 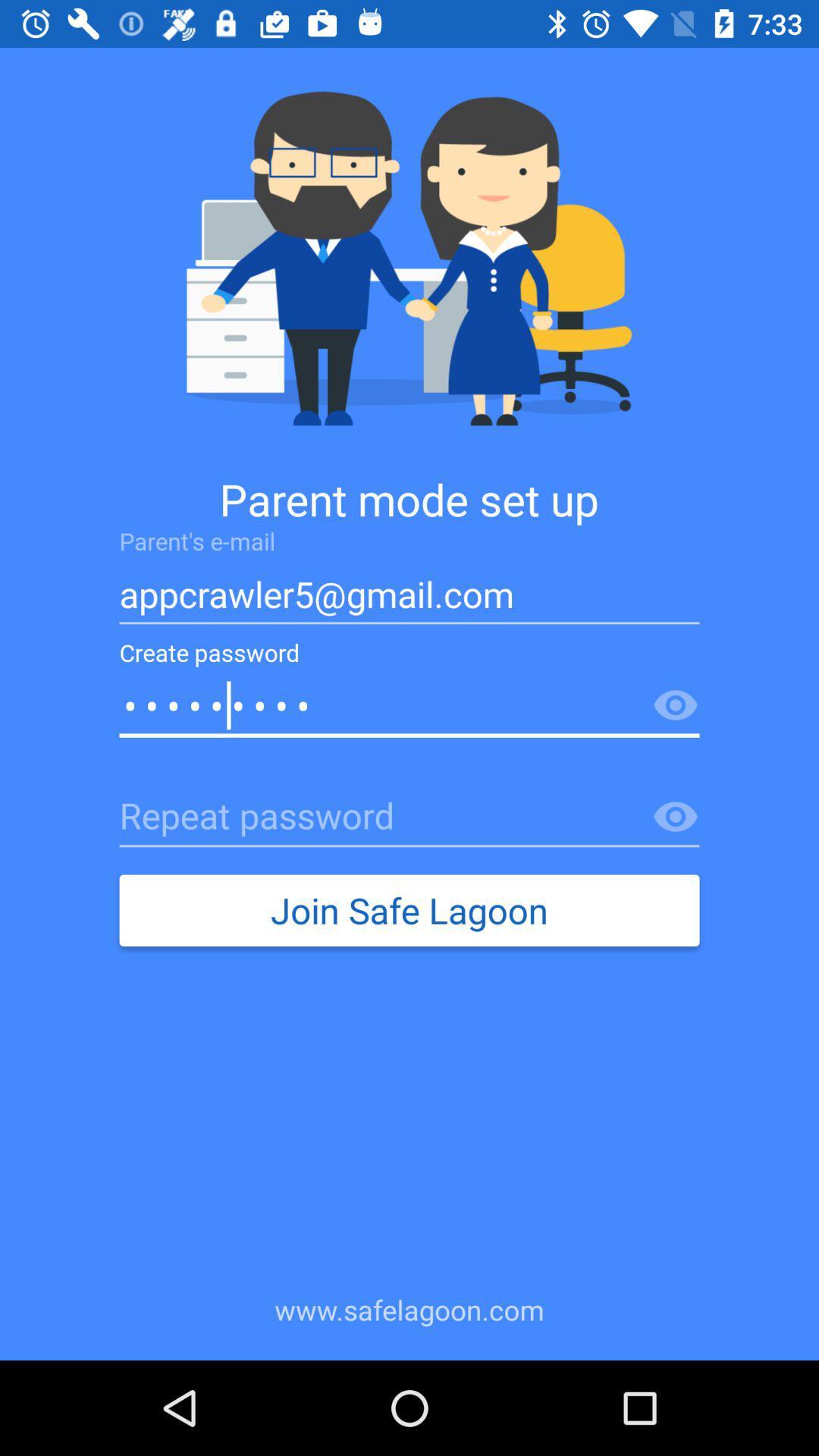 I want to click on the visibility icon, so click(x=675, y=817).